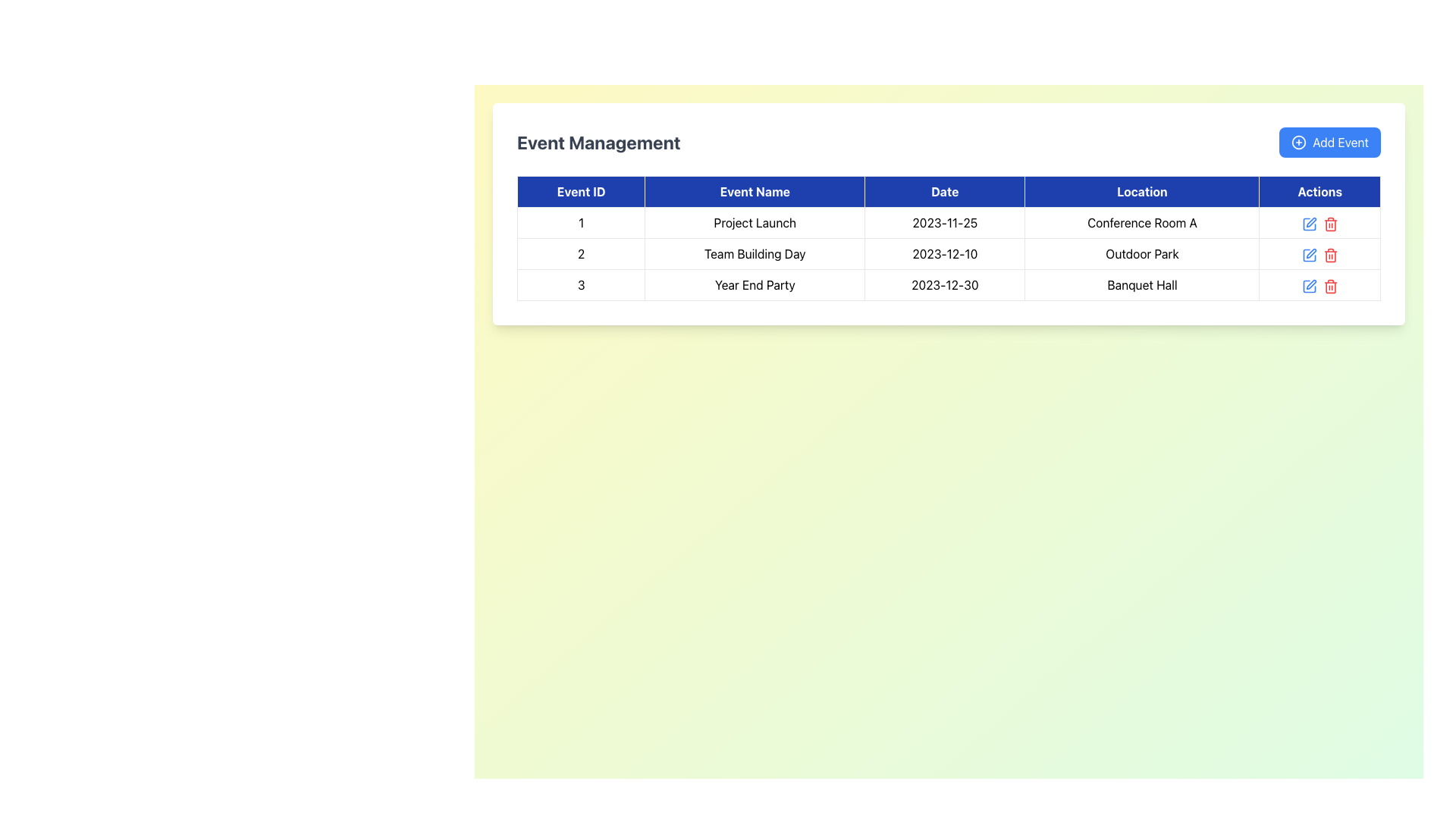 This screenshot has width=1456, height=819. Describe the element at coordinates (1308, 224) in the screenshot. I see `the edit icon represented by a square with a pen crossing it, located in the actions column of the topmost row in the event management table` at that location.